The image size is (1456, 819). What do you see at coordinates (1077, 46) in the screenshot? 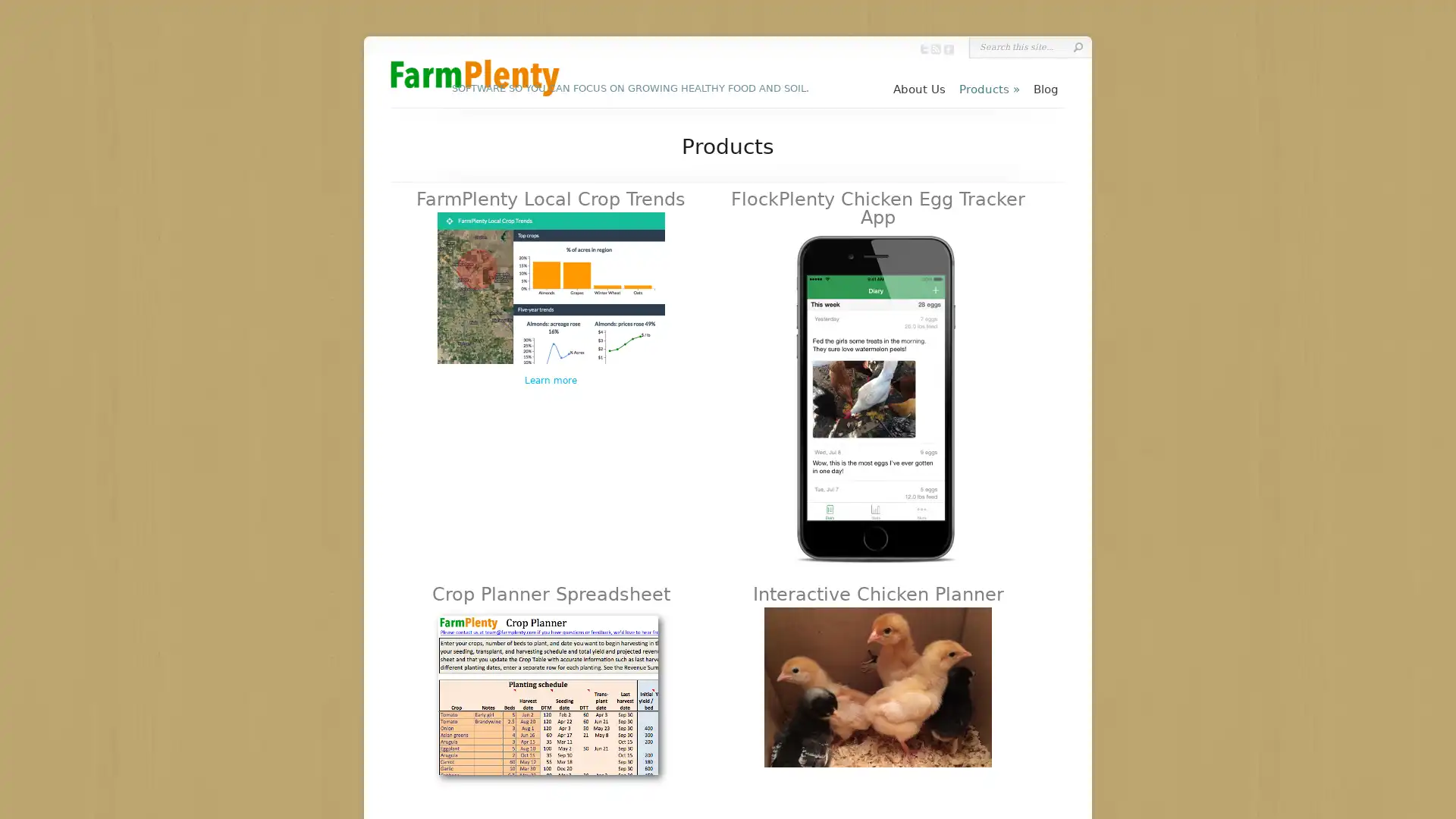
I see `Submit` at bounding box center [1077, 46].